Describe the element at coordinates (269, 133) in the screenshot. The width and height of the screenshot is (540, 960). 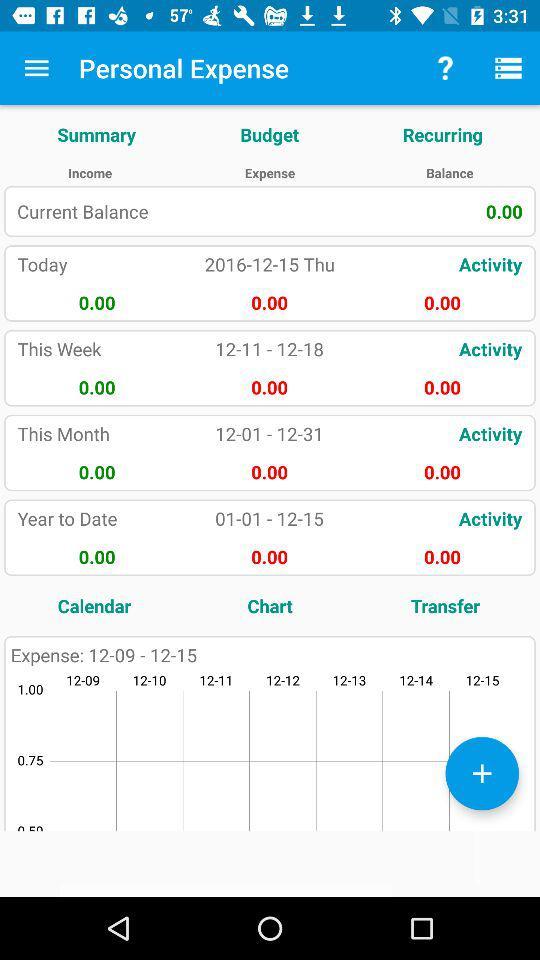
I see `app below personal expense app` at that location.